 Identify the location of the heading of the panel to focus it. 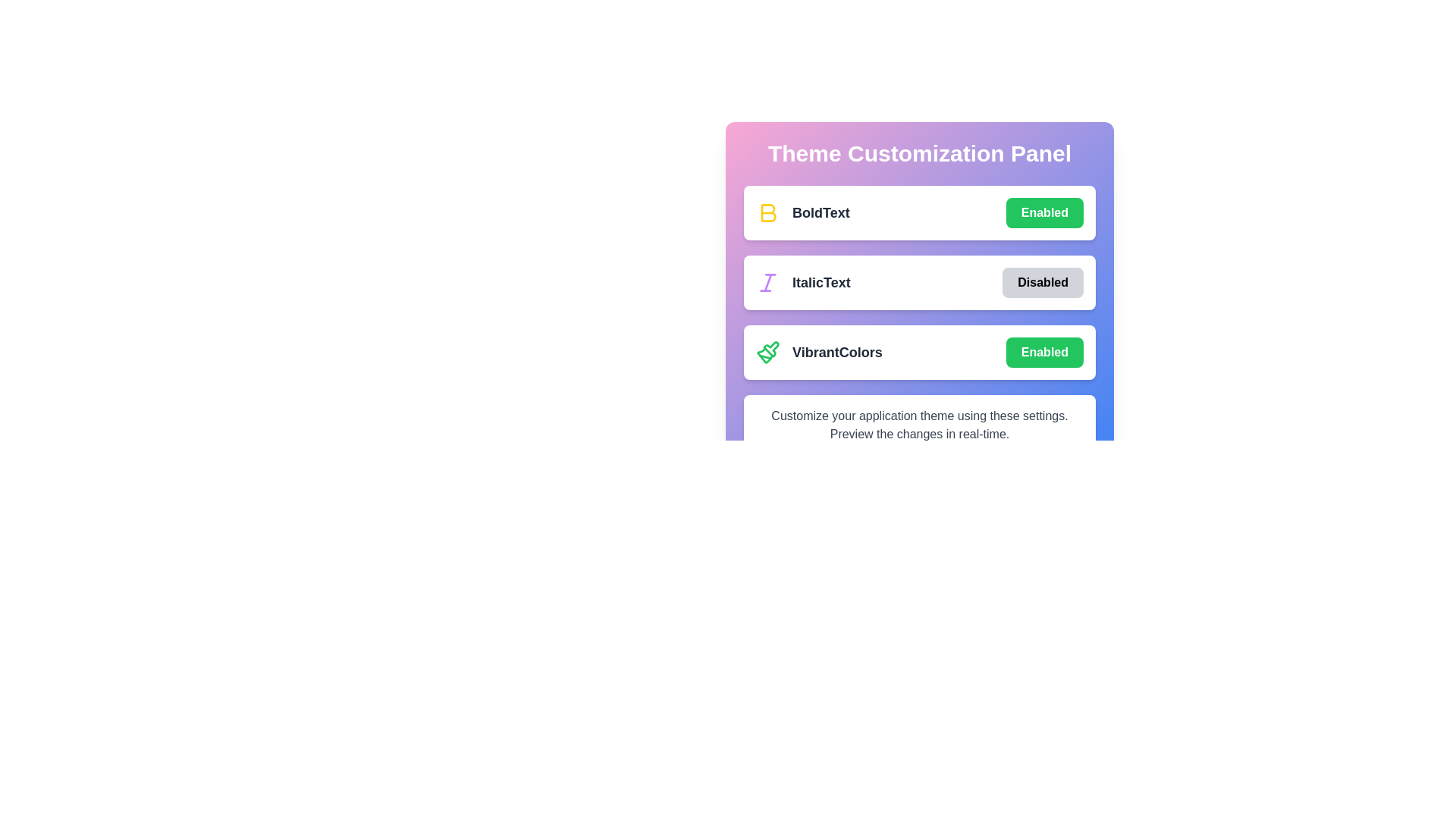
(919, 154).